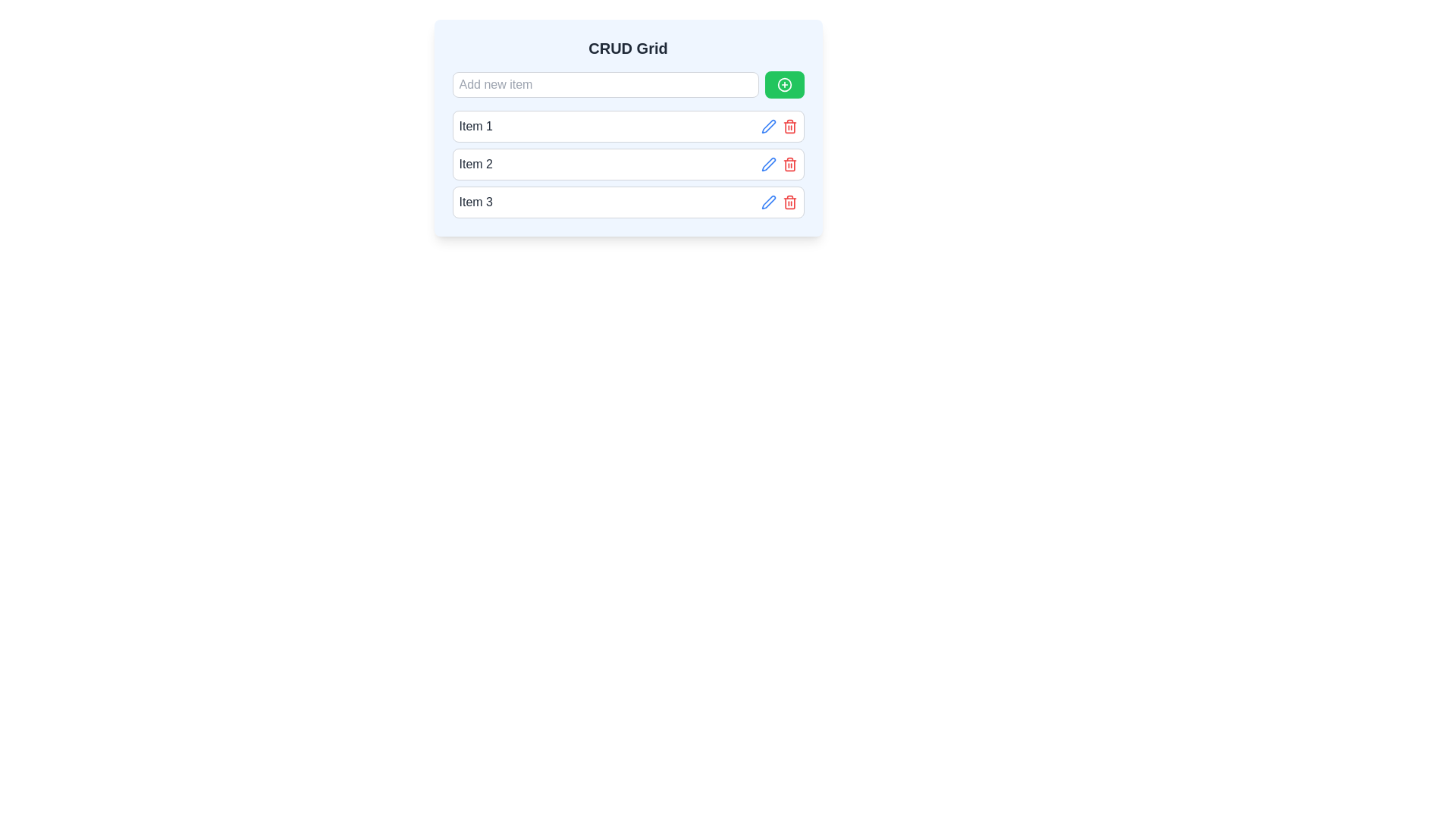 This screenshot has width=1456, height=819. I want to click on the icon embedded within the green button located at the top-right section of the 'CRUD Grid' header, so click(784, 84).